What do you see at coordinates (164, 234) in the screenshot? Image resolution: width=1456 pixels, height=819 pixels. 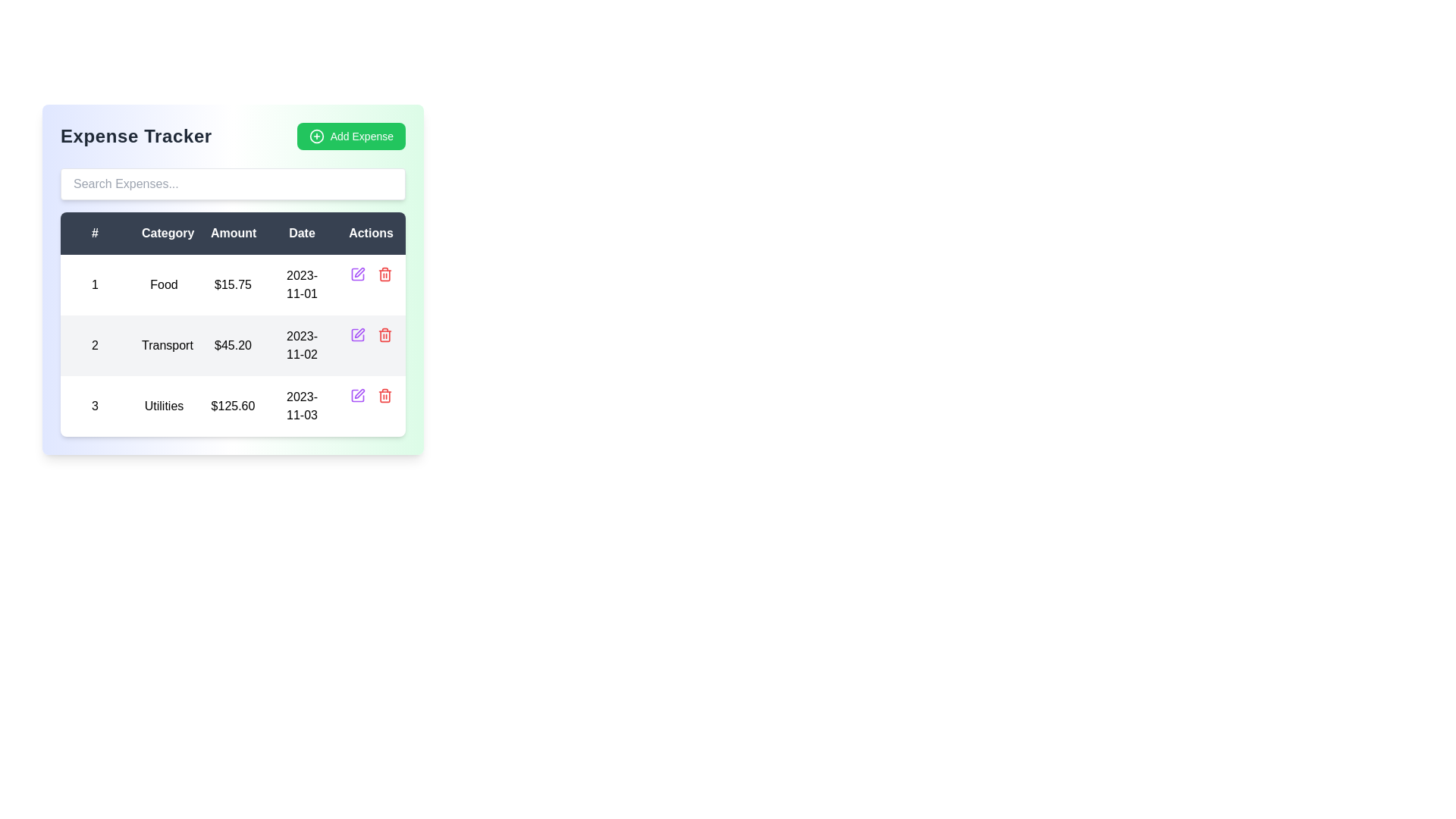 I see `text of the Table Header Cell displaying 'Category', which is bold and centered in a table structure below the 'Expense Tracker' label` at bounding box center [164, 234].